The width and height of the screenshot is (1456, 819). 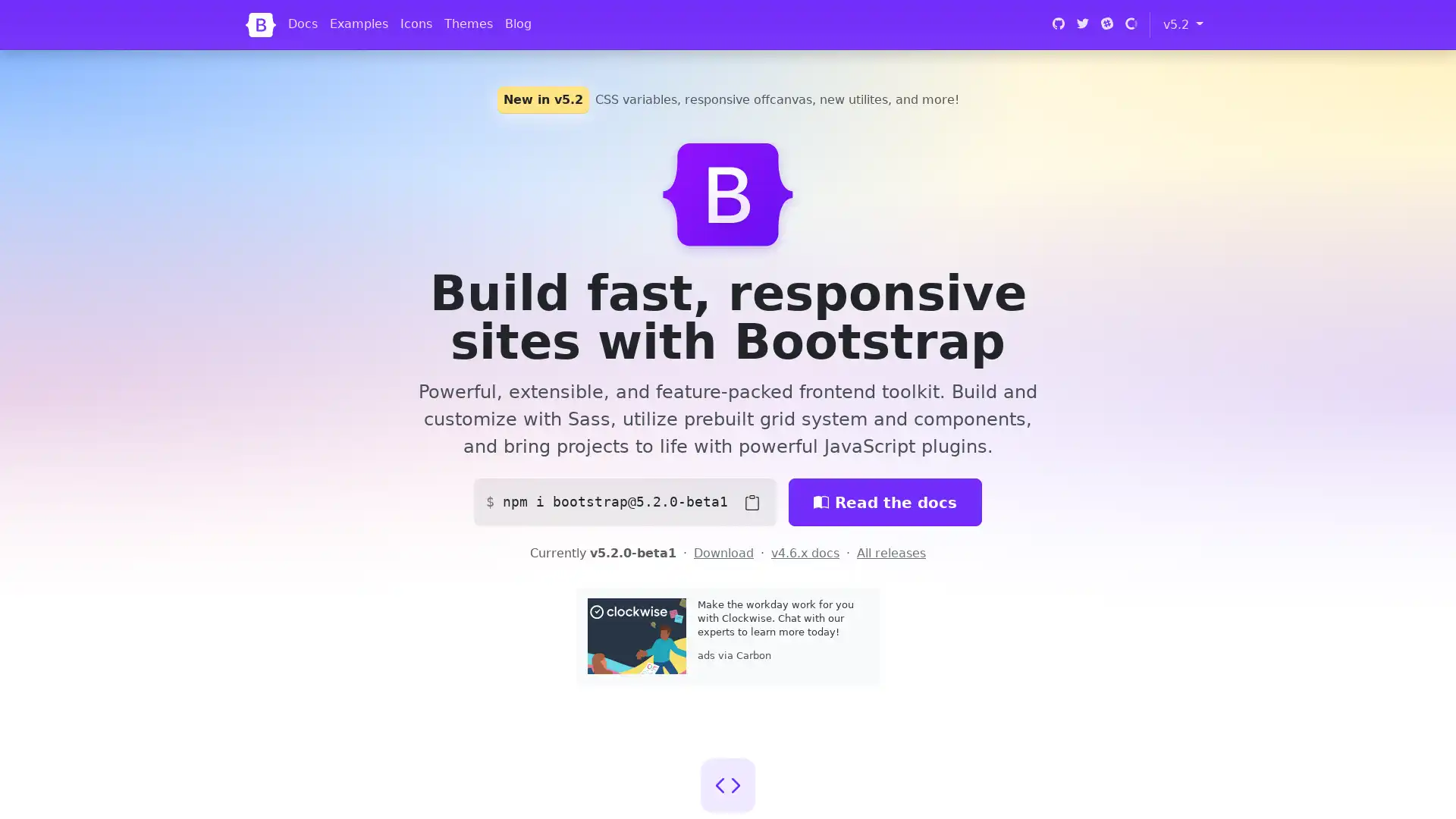 I want to click on v5.2, so click(x=1182, y=25).